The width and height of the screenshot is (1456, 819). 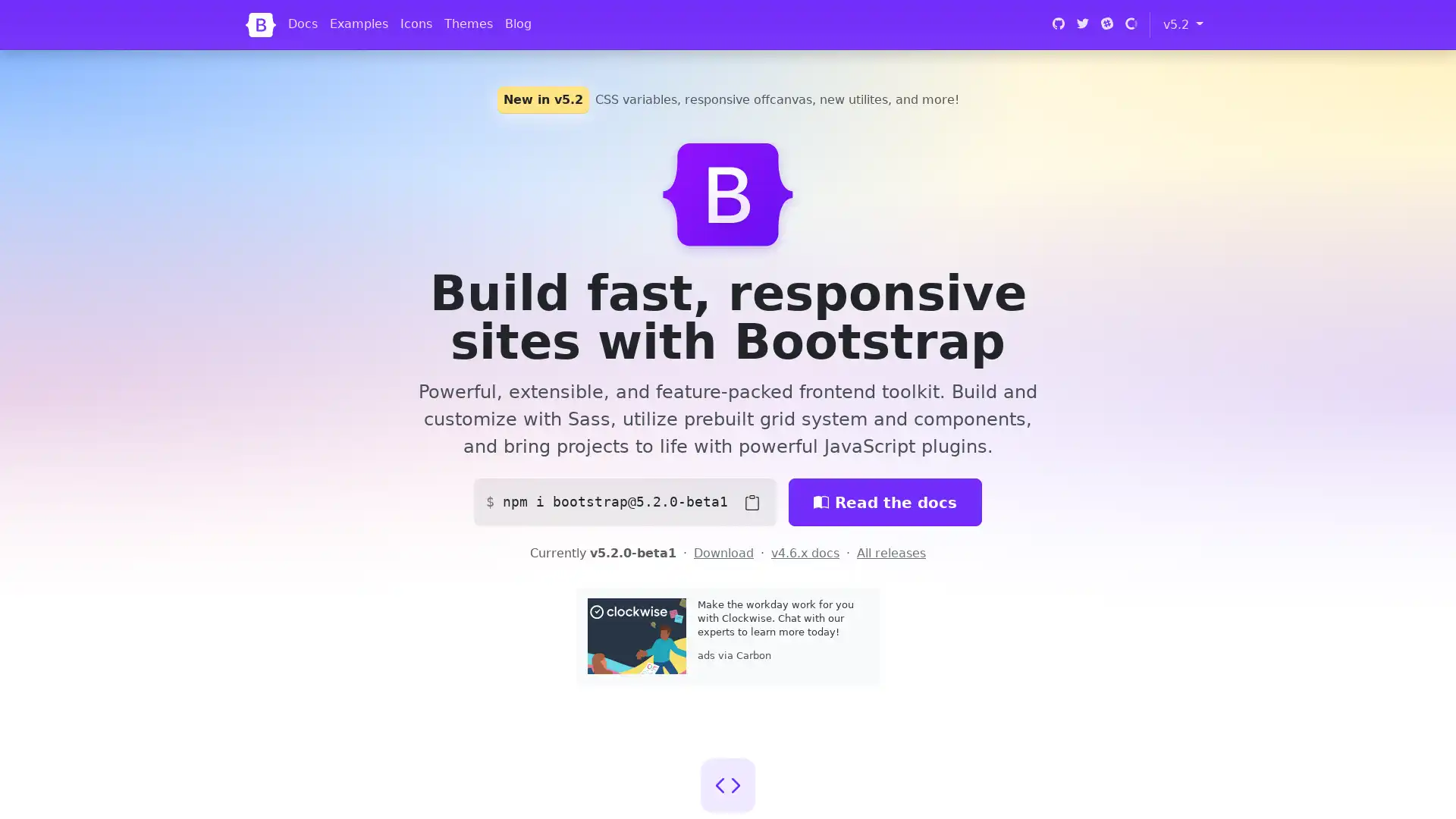 I want to click on v5.2, so click(x=1182, y=25).